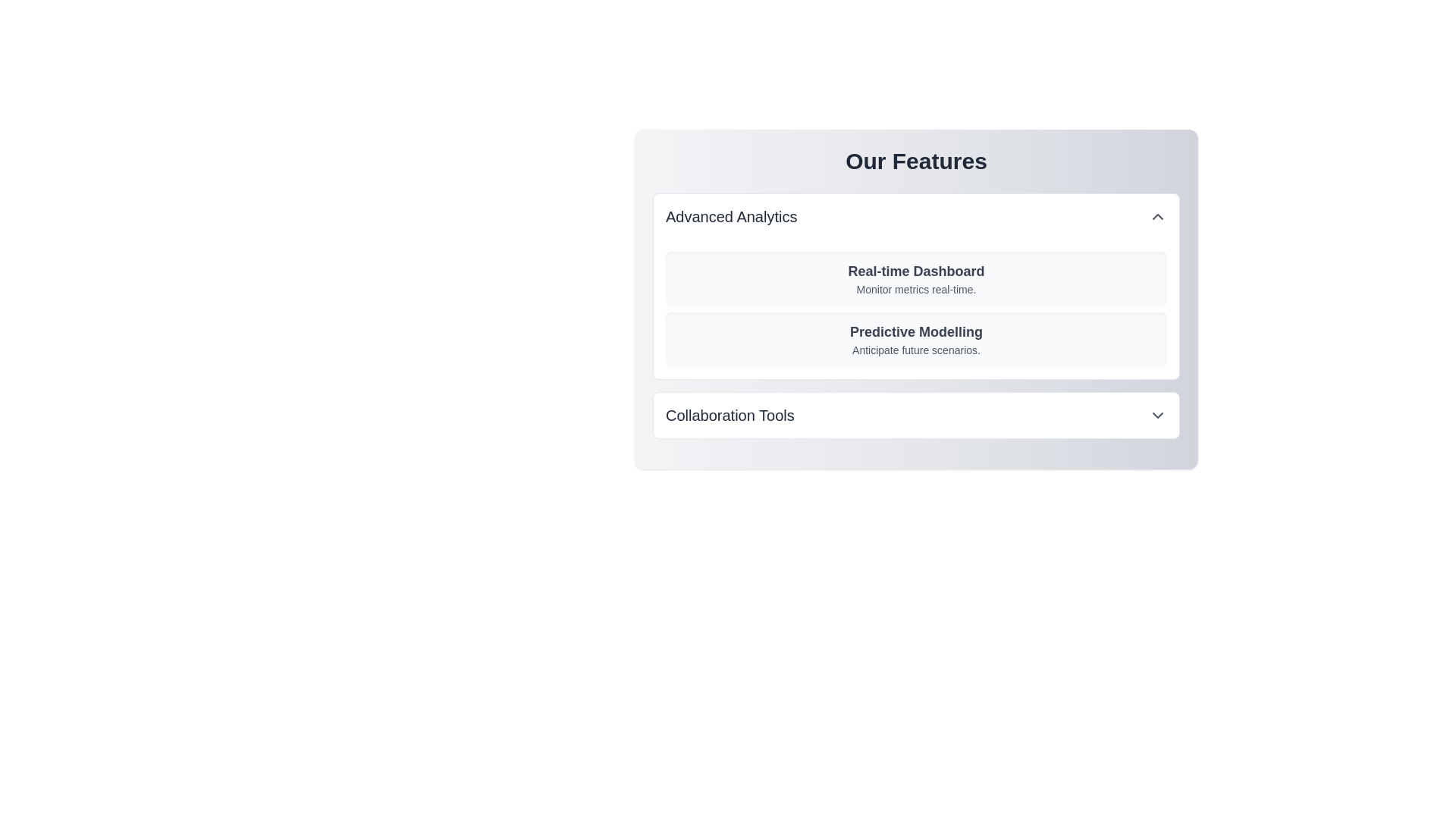 The height and width of the screenshot is (819, 1456). Describe the element at coordinates (915, 415) in the screenshot. I see `the interactive button for 'Collaboration Tools' located at the bottom of the 'Our Features' section` at that location.